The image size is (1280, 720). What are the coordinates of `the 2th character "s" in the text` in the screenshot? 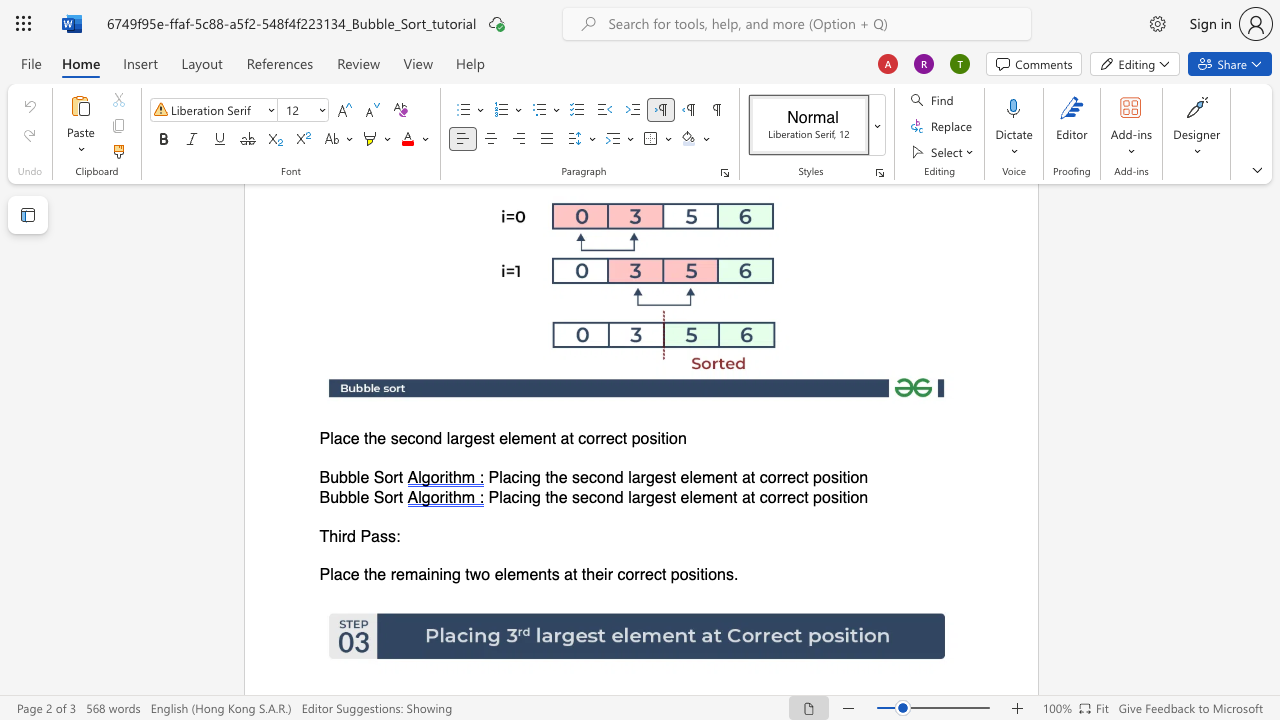 It's located at (667, 496).